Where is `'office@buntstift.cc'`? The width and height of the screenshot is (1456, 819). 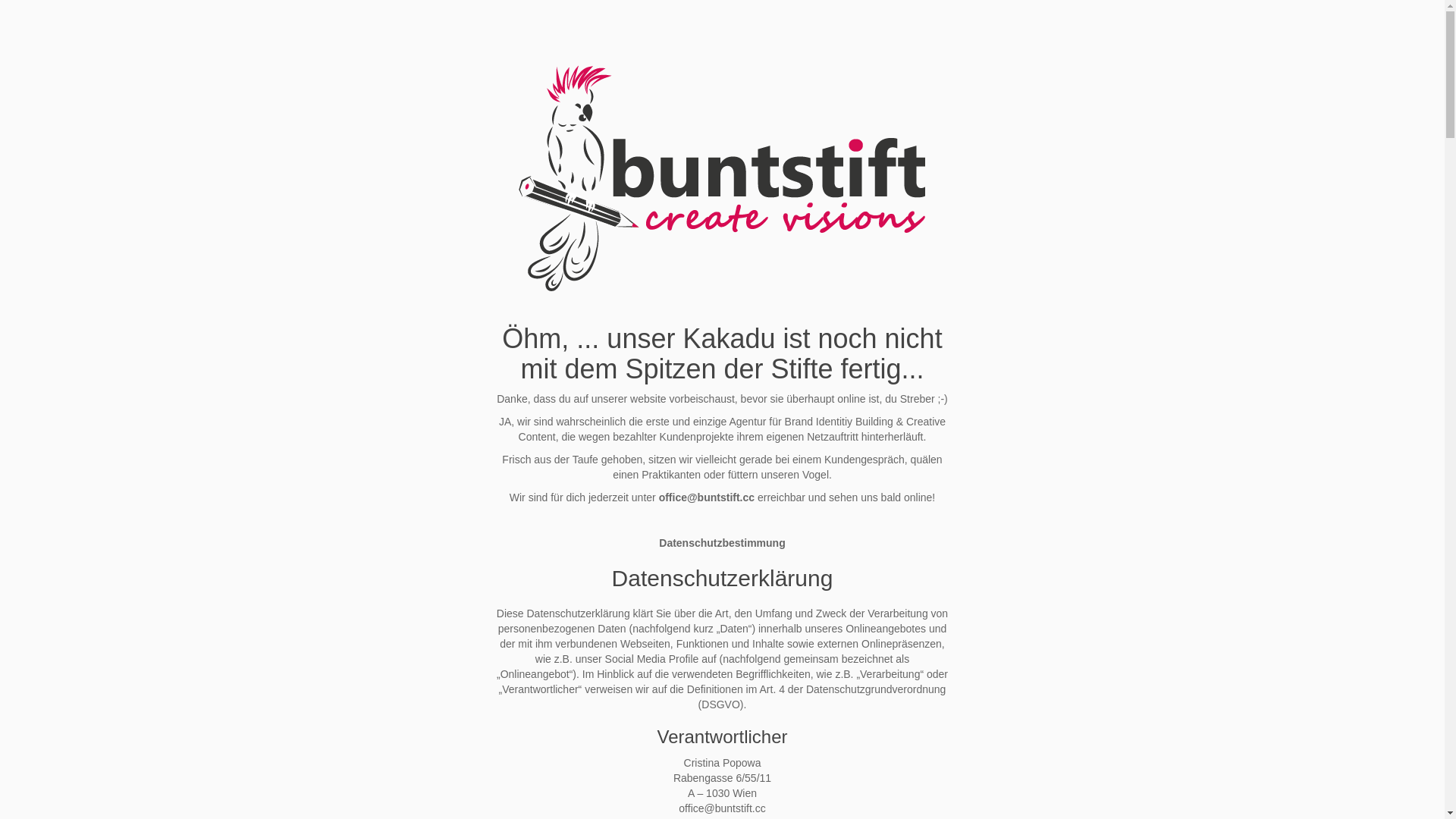
'office@buntstift.cc' is located at coordinates (705, 497).